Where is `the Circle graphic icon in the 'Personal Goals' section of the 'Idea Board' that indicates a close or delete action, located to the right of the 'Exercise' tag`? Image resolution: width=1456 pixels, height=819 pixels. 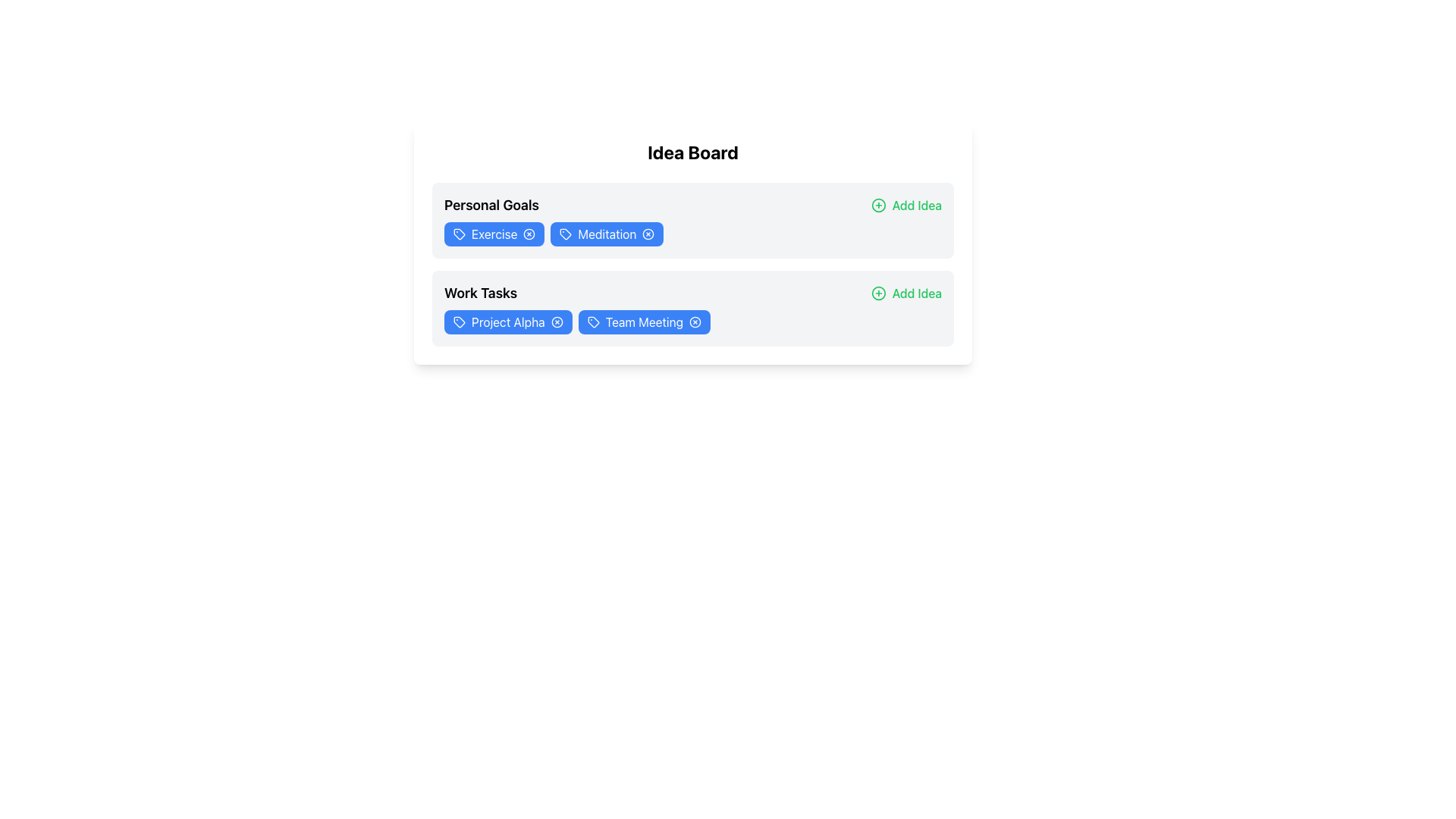
the Circle graphic icon in the 'Personal Goals' section of the 'Idea Board' that indicates a close or delete action, located to the right of the 'Exercise' tag is located at coordinates (529, 234).